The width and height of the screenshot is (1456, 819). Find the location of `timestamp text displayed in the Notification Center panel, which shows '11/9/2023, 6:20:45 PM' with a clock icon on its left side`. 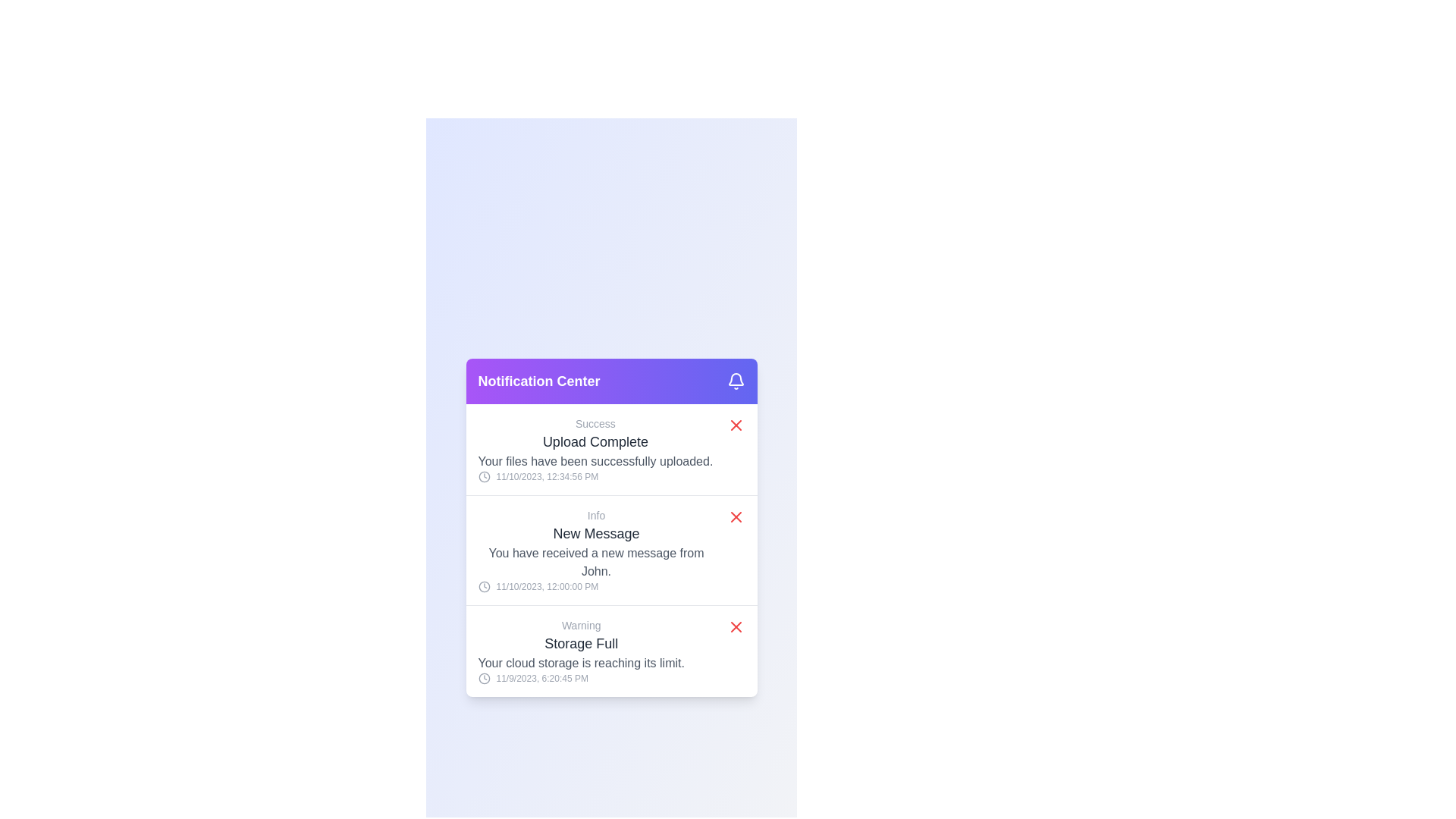

timestamp text displayed in the Notification Center panel, which shows '11/9/2023, 6:20:45 PM' with a clock icon on its left side is located at coordinates (580, 677).